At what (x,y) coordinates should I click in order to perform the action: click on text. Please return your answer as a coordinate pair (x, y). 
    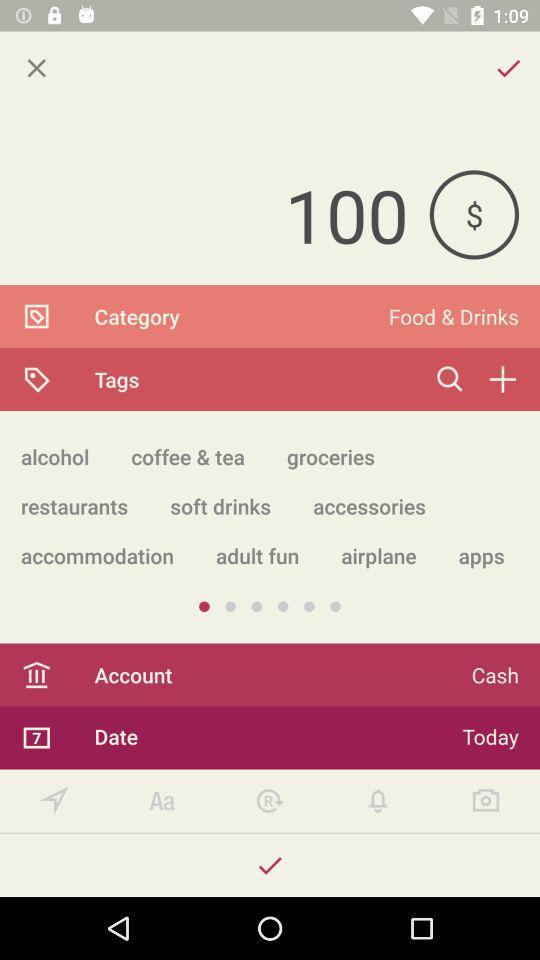
    Looking at the image, I should click on (161, 801).